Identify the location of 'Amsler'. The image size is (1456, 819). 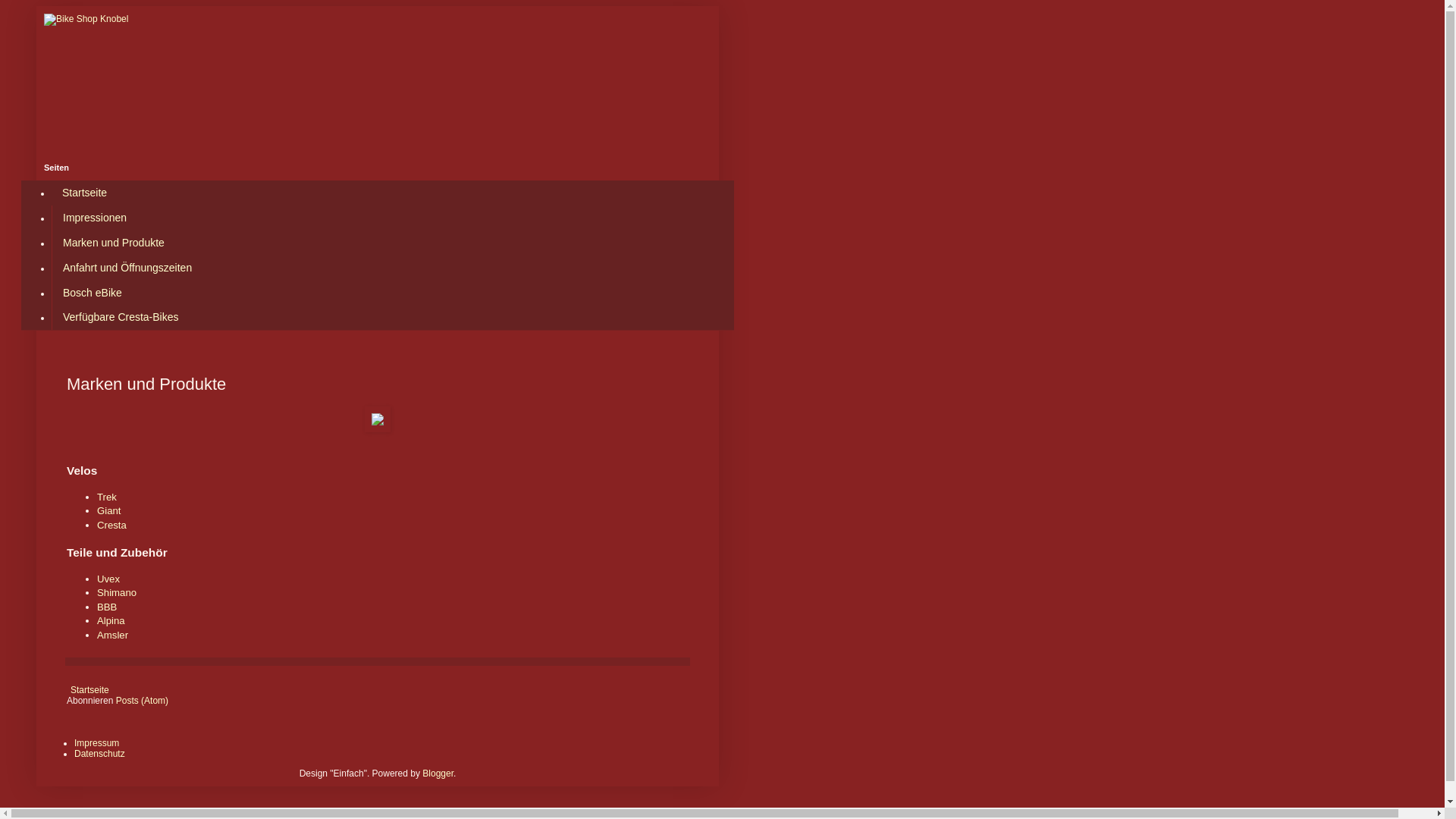
(96, 635).